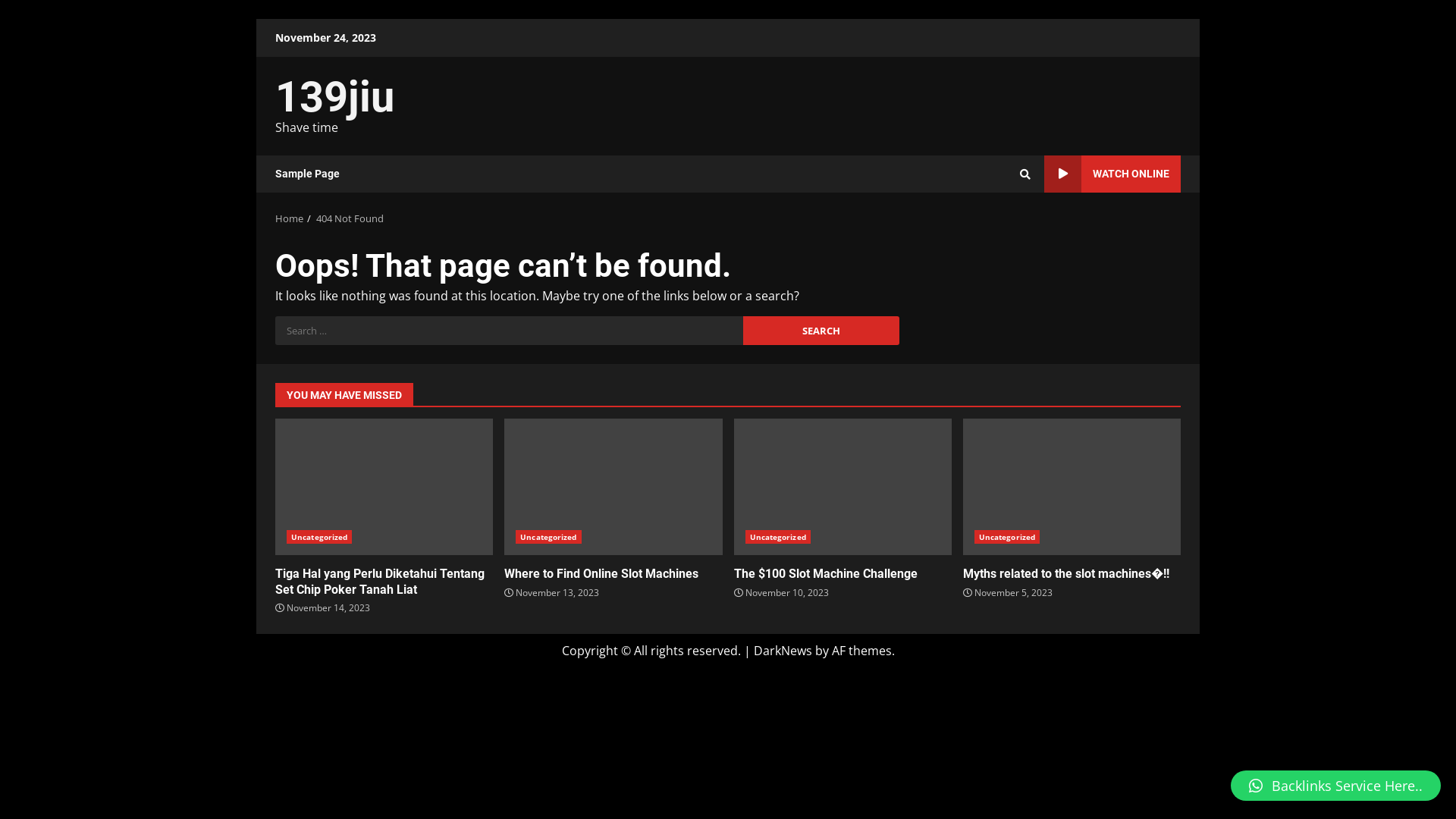  What do you see at coordinates (1007, 536) in the screenshot?
I see `'Uncategorized'` at bounding box center [1007, 536].